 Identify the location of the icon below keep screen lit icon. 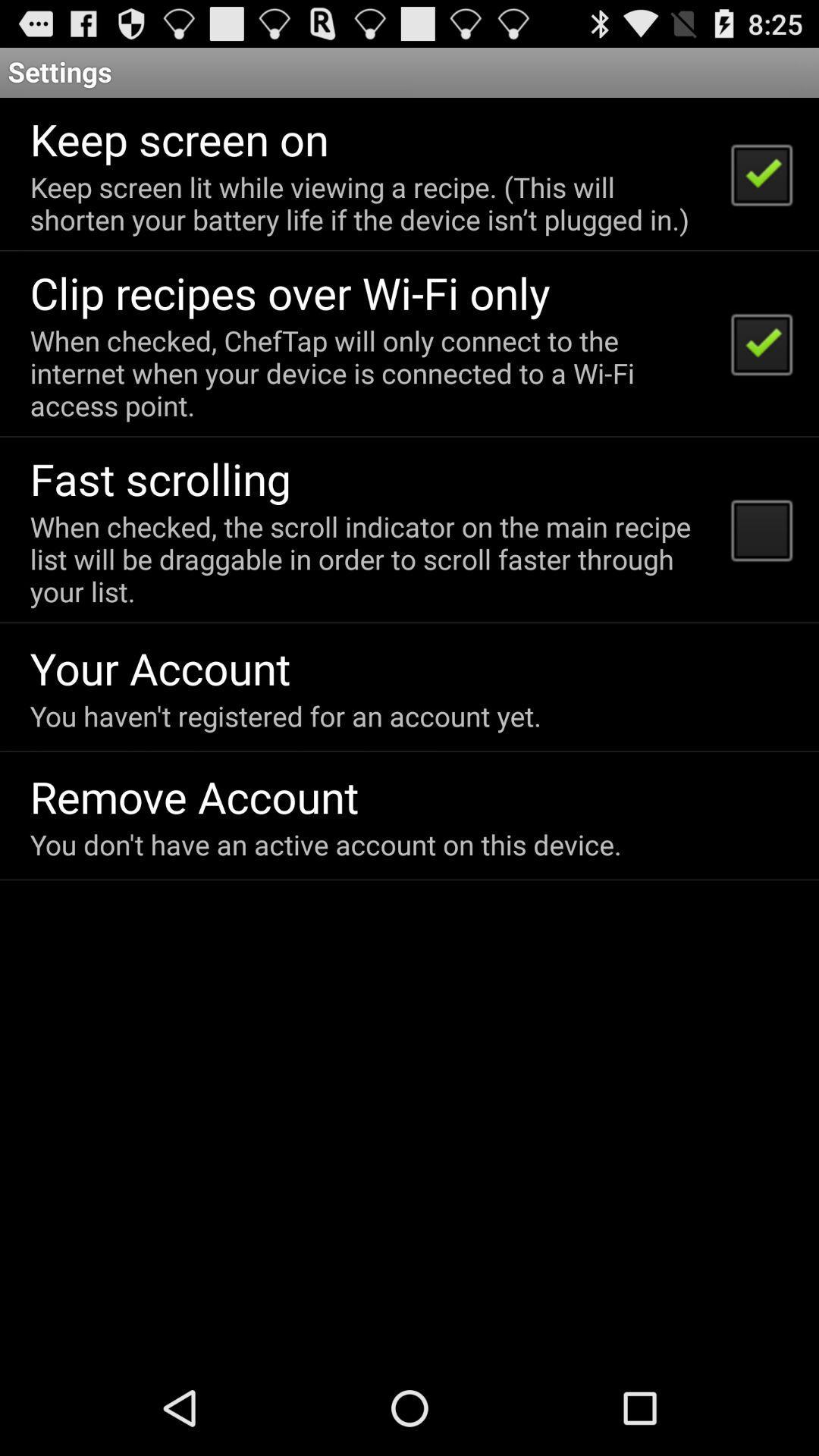
(290, 292).